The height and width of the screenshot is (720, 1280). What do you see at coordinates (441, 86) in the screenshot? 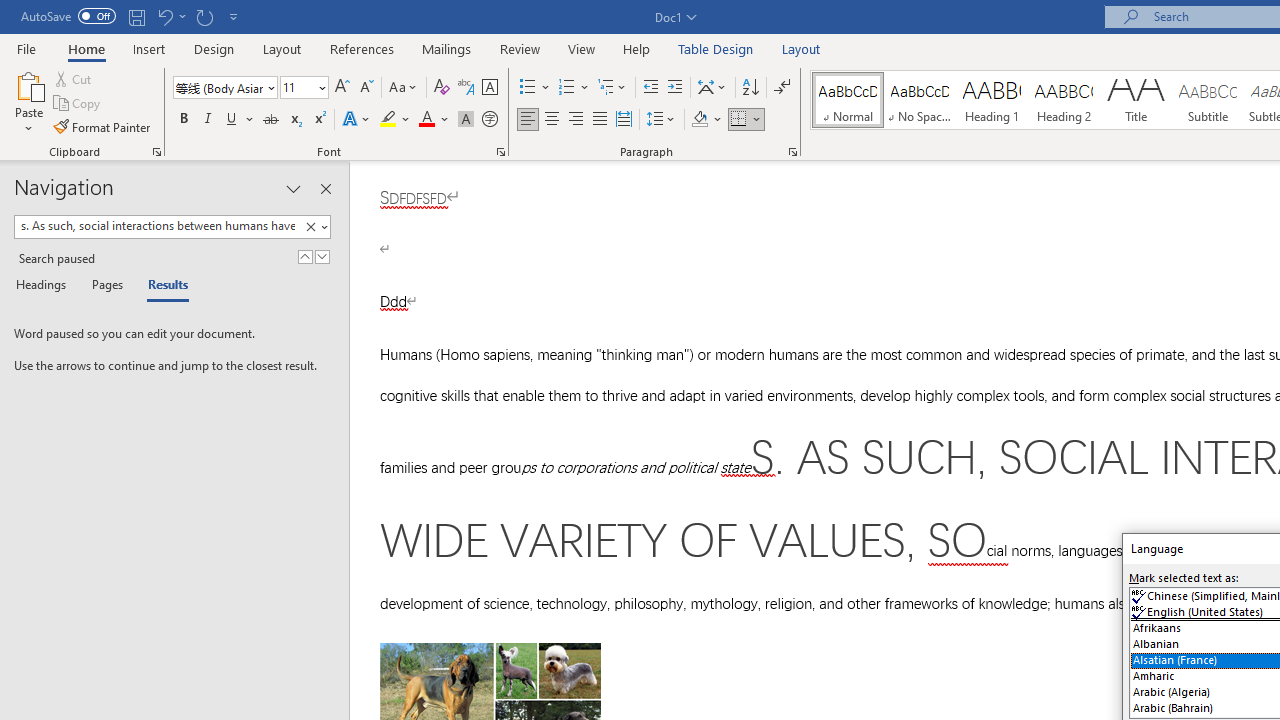
I see `'Clear Formatting'` at bounding box center [441, 86].